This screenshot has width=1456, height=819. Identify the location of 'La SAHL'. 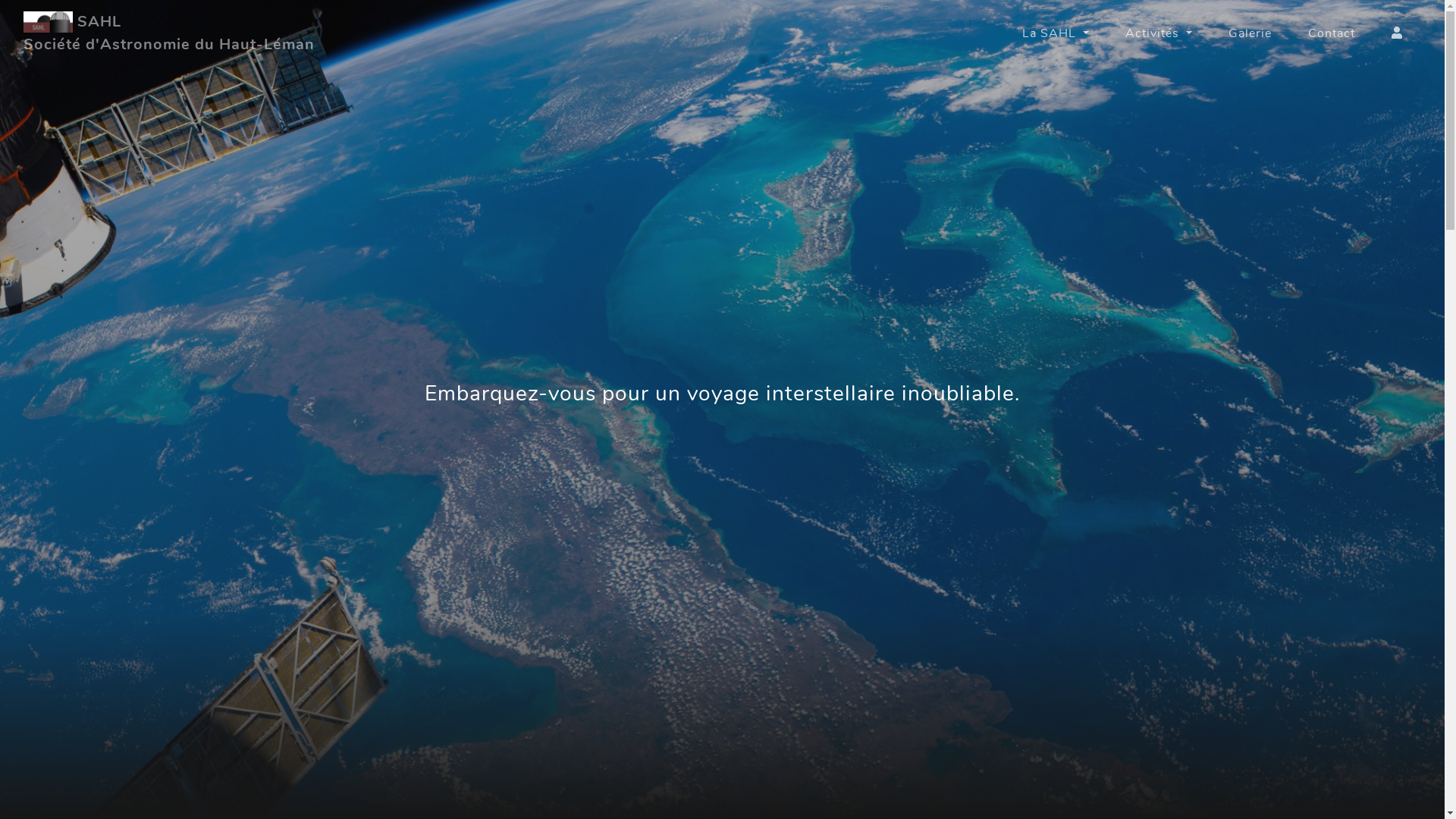
(1055, 33).